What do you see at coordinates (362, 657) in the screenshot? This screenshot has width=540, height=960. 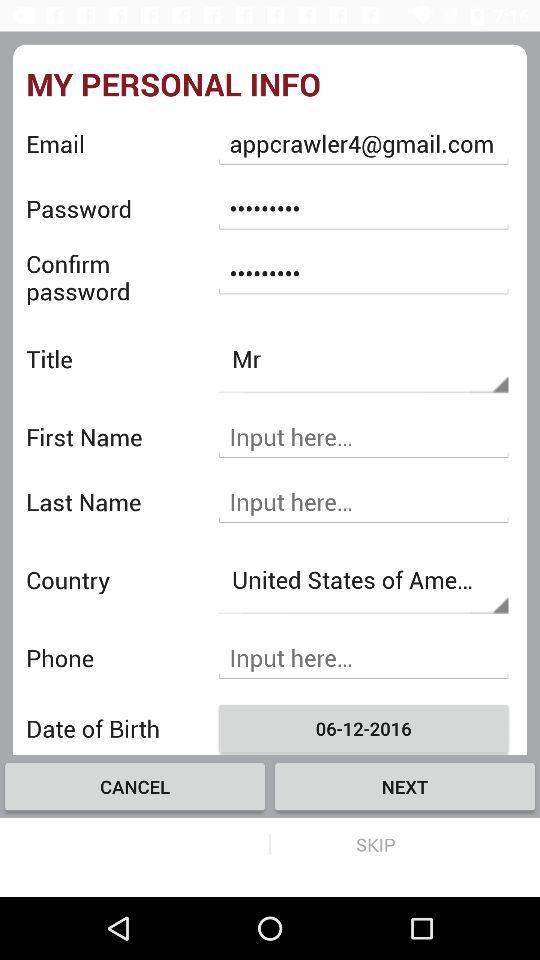 I see `insert phone number` at bounding box center [362, 657].